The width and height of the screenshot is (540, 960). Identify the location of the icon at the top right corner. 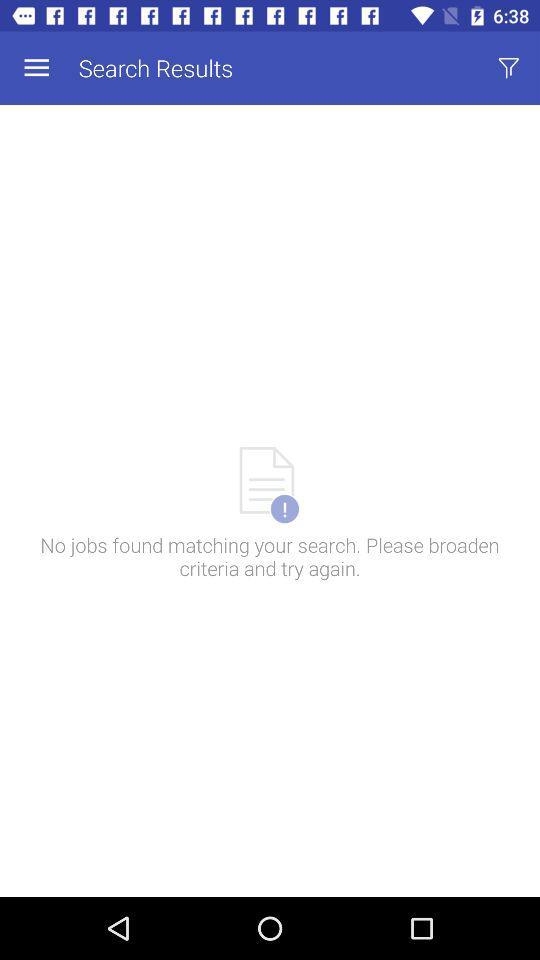
(508, 68).